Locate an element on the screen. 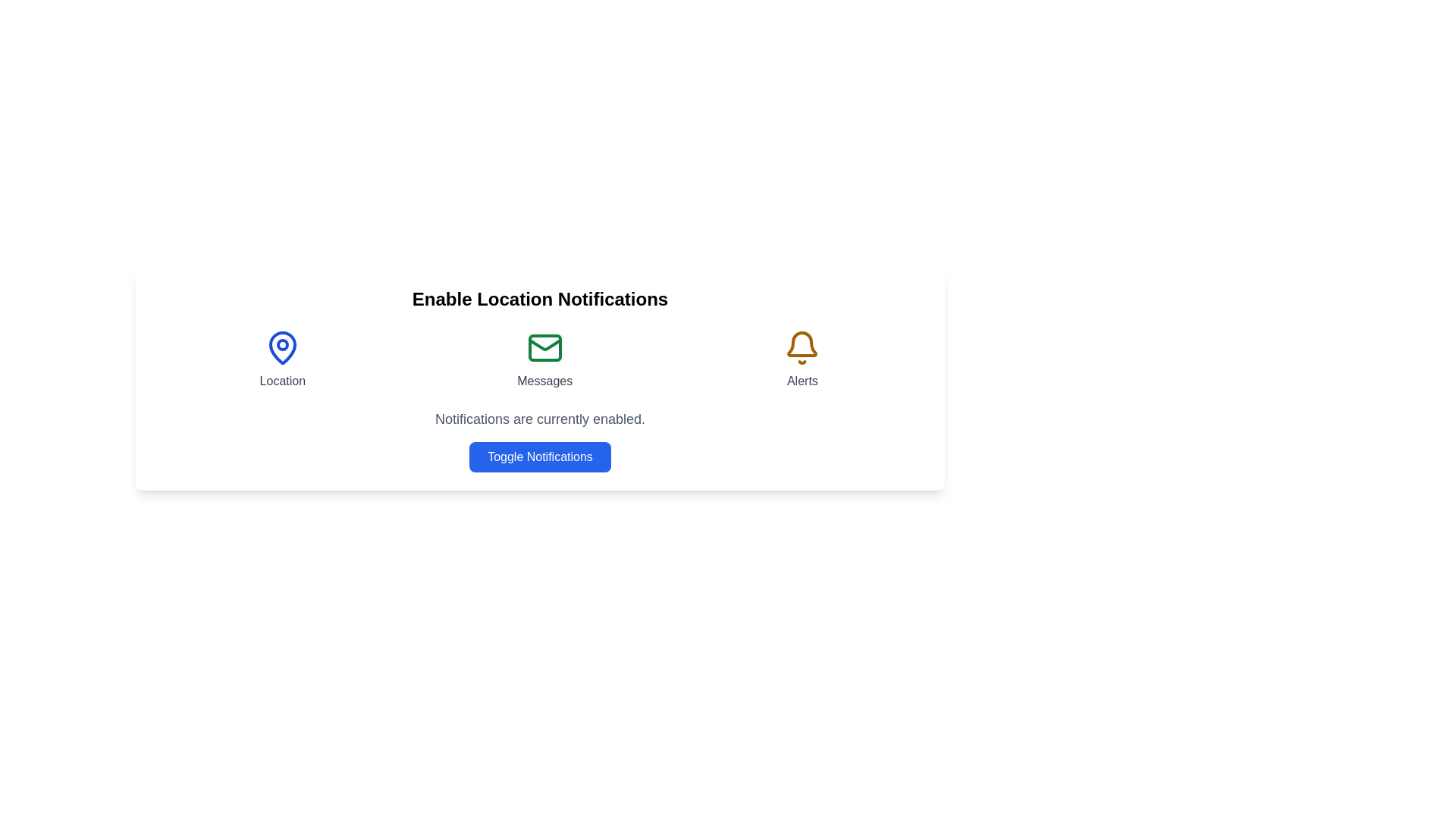 Image resolution: width=1456 pixels, height=819 pixels. the gray text label that reads 'Location', positioned at the center of the bottom row in the left section of the interface, beneath a blue location pin icon is located at coordinates (282, 380).